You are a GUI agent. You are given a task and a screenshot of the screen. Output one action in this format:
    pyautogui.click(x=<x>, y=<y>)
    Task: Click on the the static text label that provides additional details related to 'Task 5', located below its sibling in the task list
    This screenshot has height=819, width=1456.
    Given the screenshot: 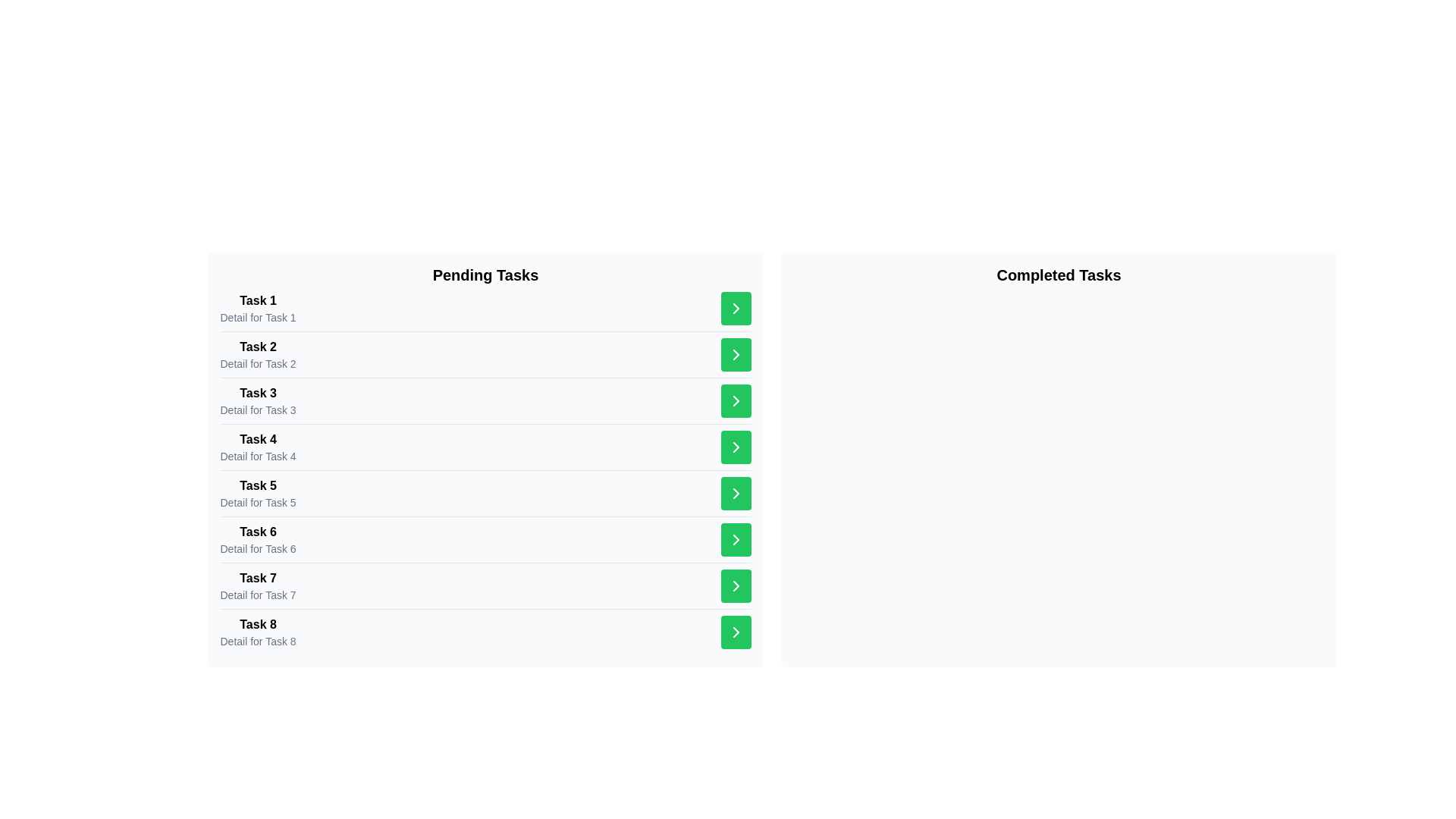 What is the action you would take?
    pyautogui.click(x=258, y=503)
    